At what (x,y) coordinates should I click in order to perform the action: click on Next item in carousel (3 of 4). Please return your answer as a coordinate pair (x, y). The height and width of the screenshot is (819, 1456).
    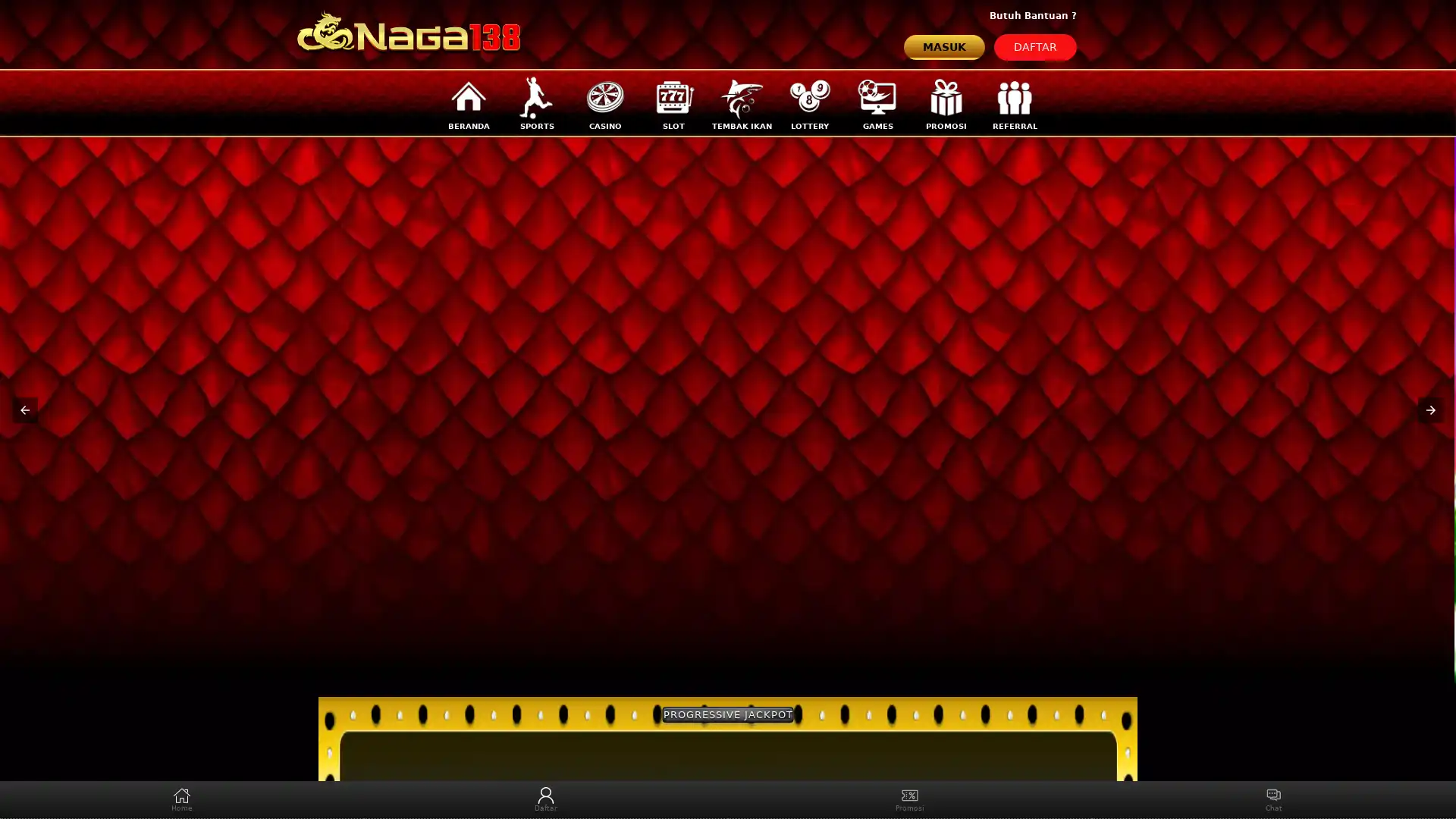
    Looking at the image, I should click on (1429, 409).